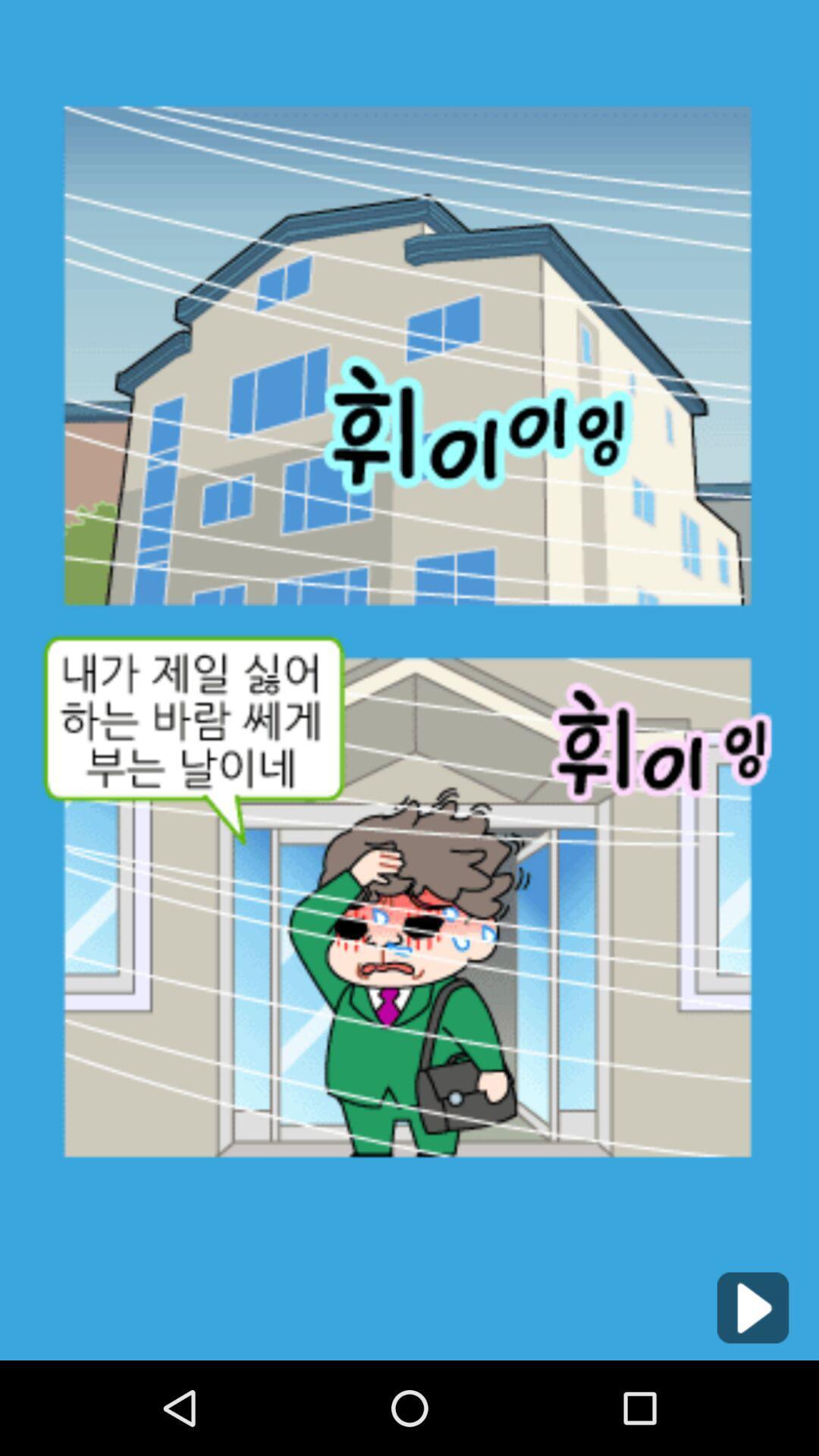  Describe the element at coordinates (752, 1307) in the screenshot. I see `the video` at that location.